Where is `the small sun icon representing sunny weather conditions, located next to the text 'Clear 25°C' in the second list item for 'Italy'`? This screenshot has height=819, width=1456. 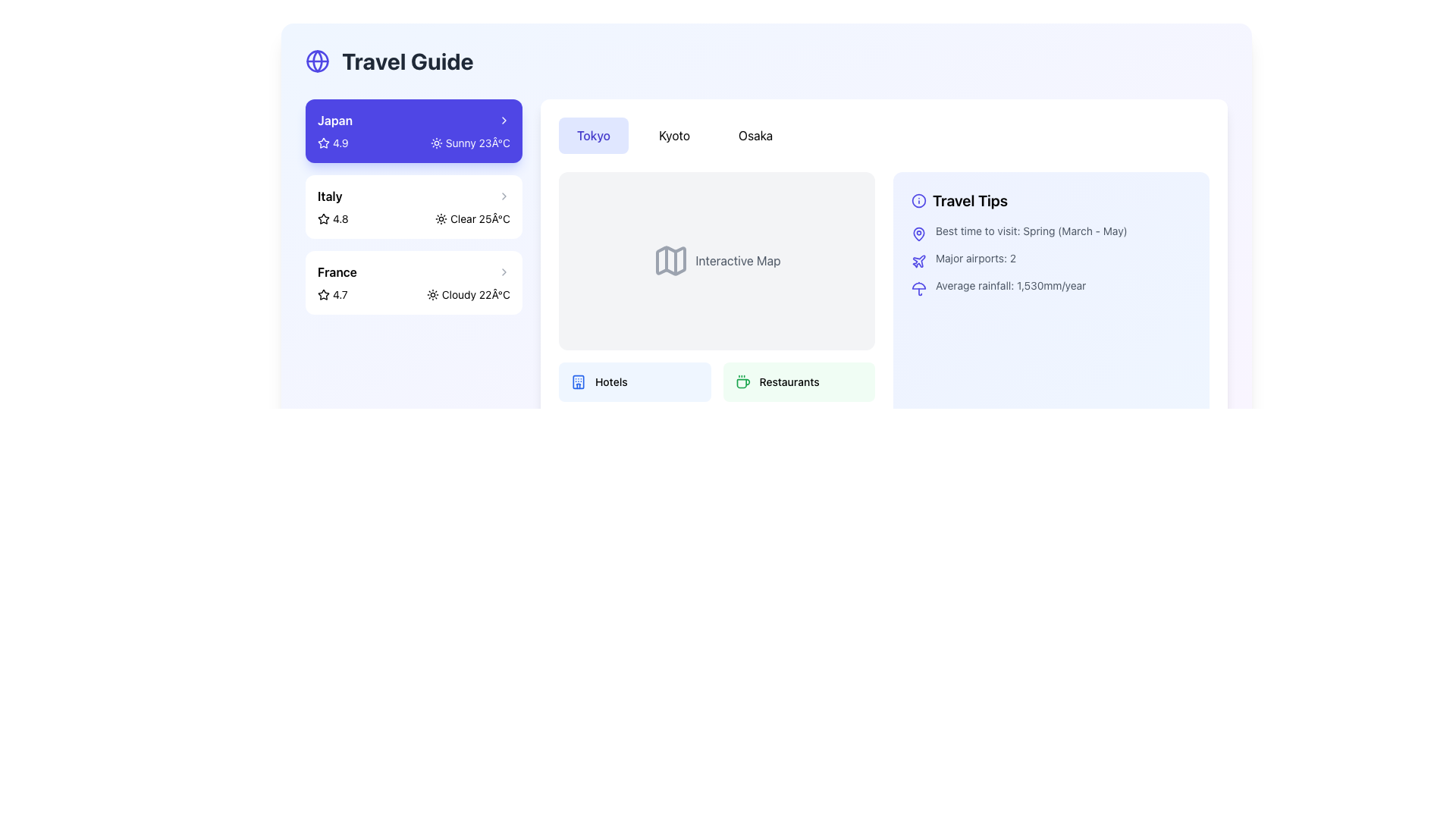
the small sun icon representing sunny weather conditions, located next to the text 'Clear 25°C' in the second list item for 'Italy' is located at coordinates (440, 219).